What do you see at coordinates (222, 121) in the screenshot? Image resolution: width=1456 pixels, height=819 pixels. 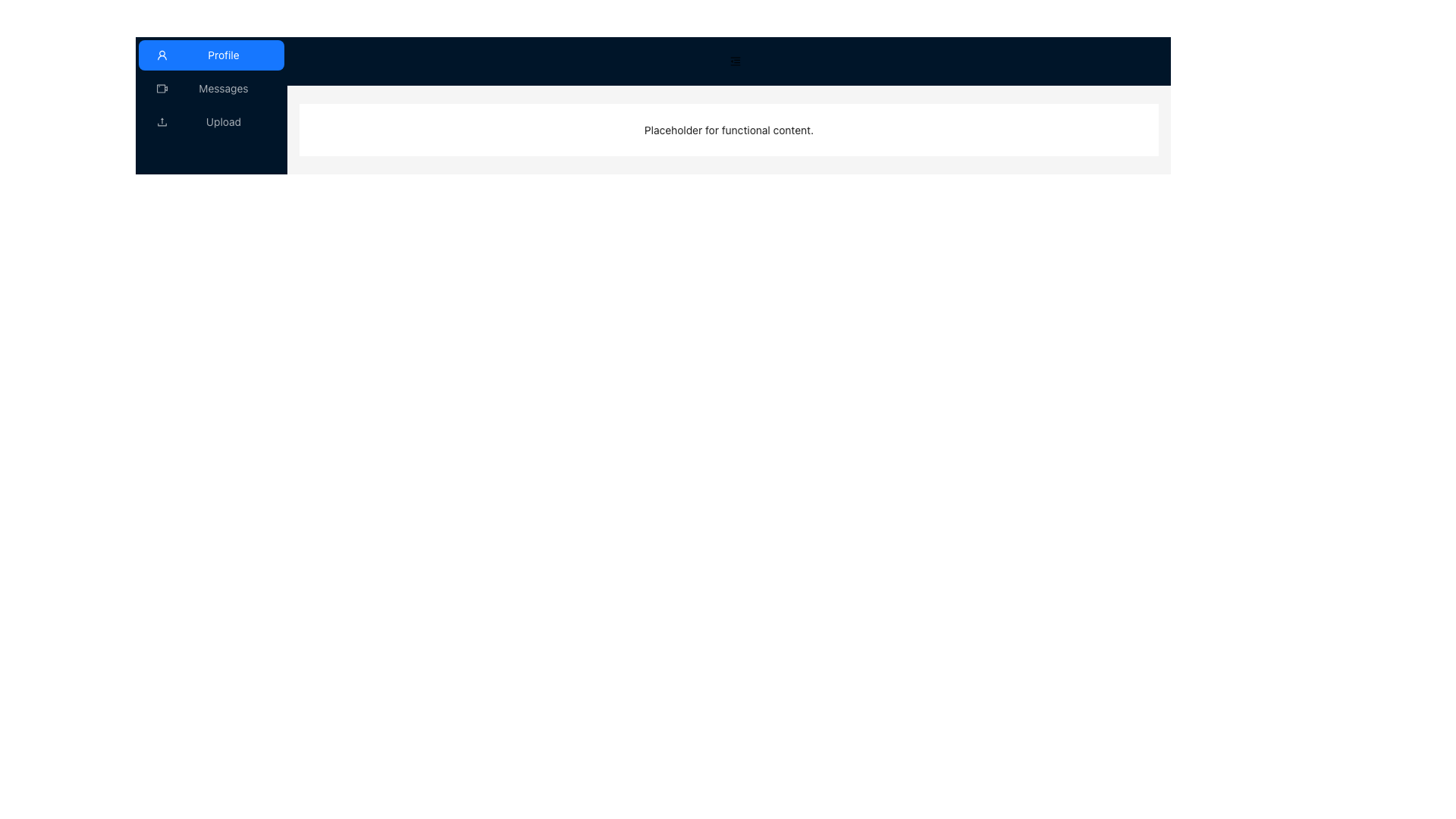 I see `text label that says 'Upload', which is the third menu item in the vertical navigation bar on the left side of the interface, positioned between the 'Messages' item above and other items below` at bounding box center [222, 121].